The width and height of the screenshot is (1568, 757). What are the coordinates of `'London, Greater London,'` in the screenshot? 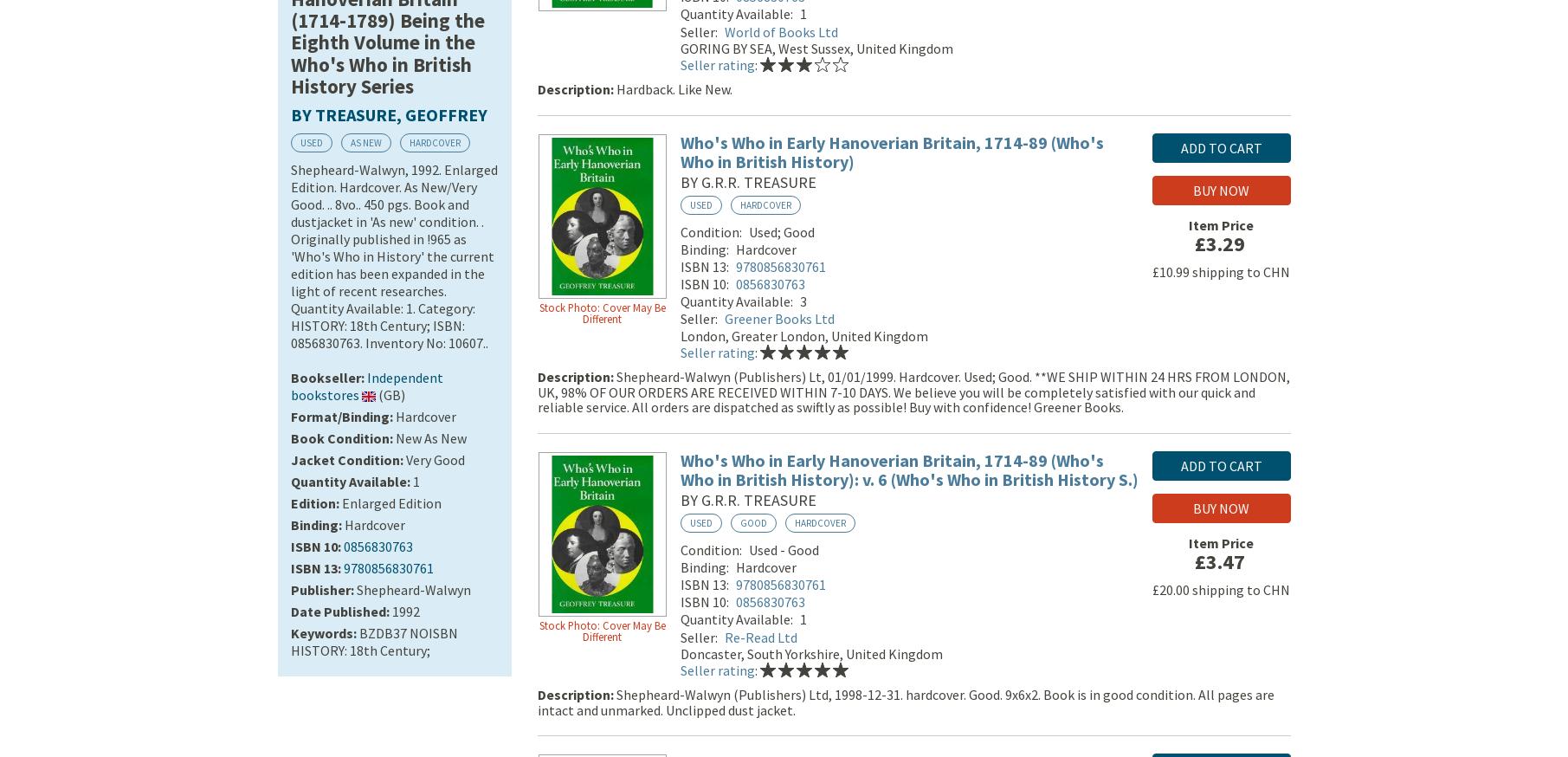 It's located at (754, 339).